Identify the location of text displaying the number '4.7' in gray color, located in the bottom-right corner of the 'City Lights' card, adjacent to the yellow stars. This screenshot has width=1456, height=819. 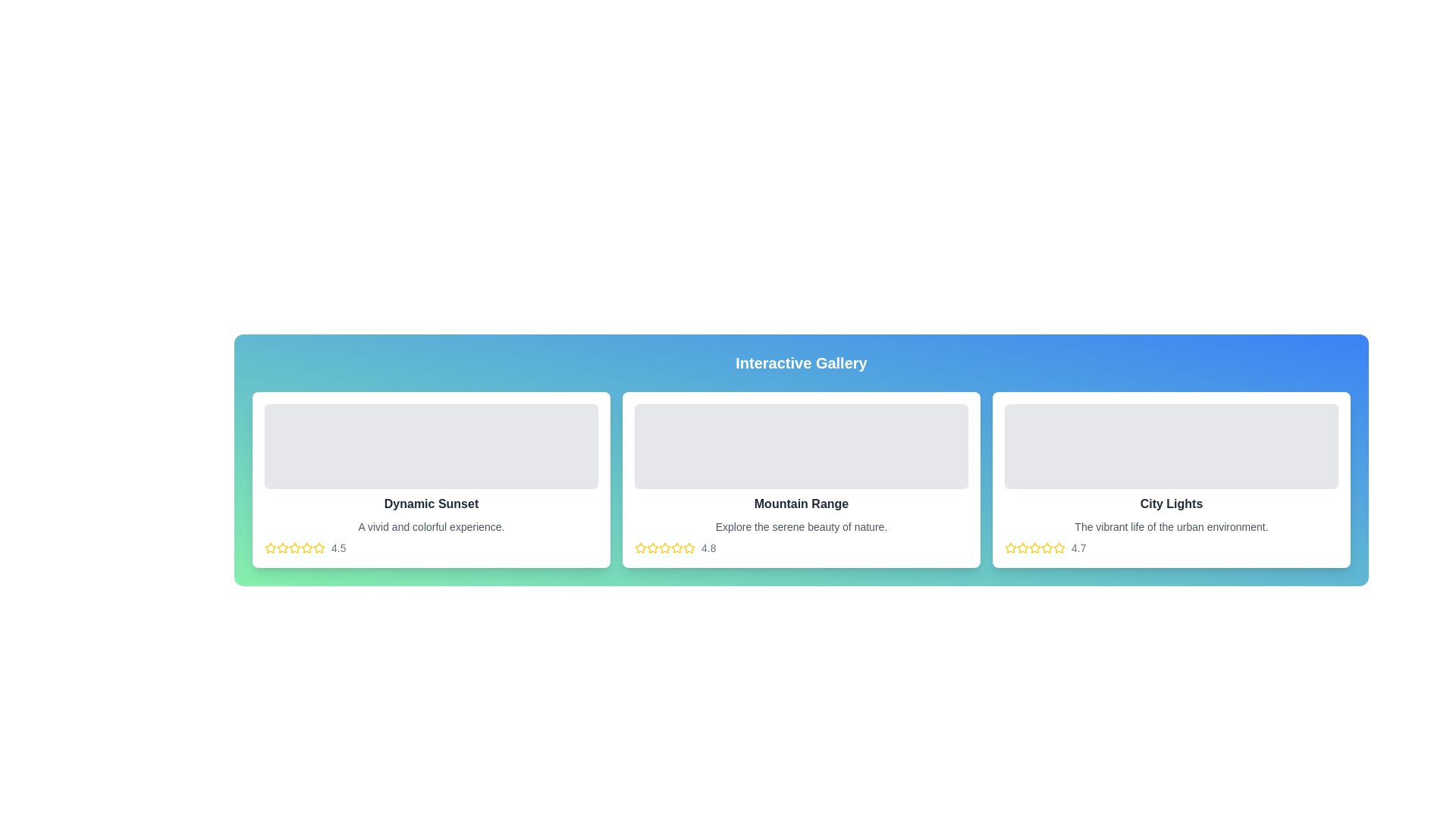
(1078, 548).